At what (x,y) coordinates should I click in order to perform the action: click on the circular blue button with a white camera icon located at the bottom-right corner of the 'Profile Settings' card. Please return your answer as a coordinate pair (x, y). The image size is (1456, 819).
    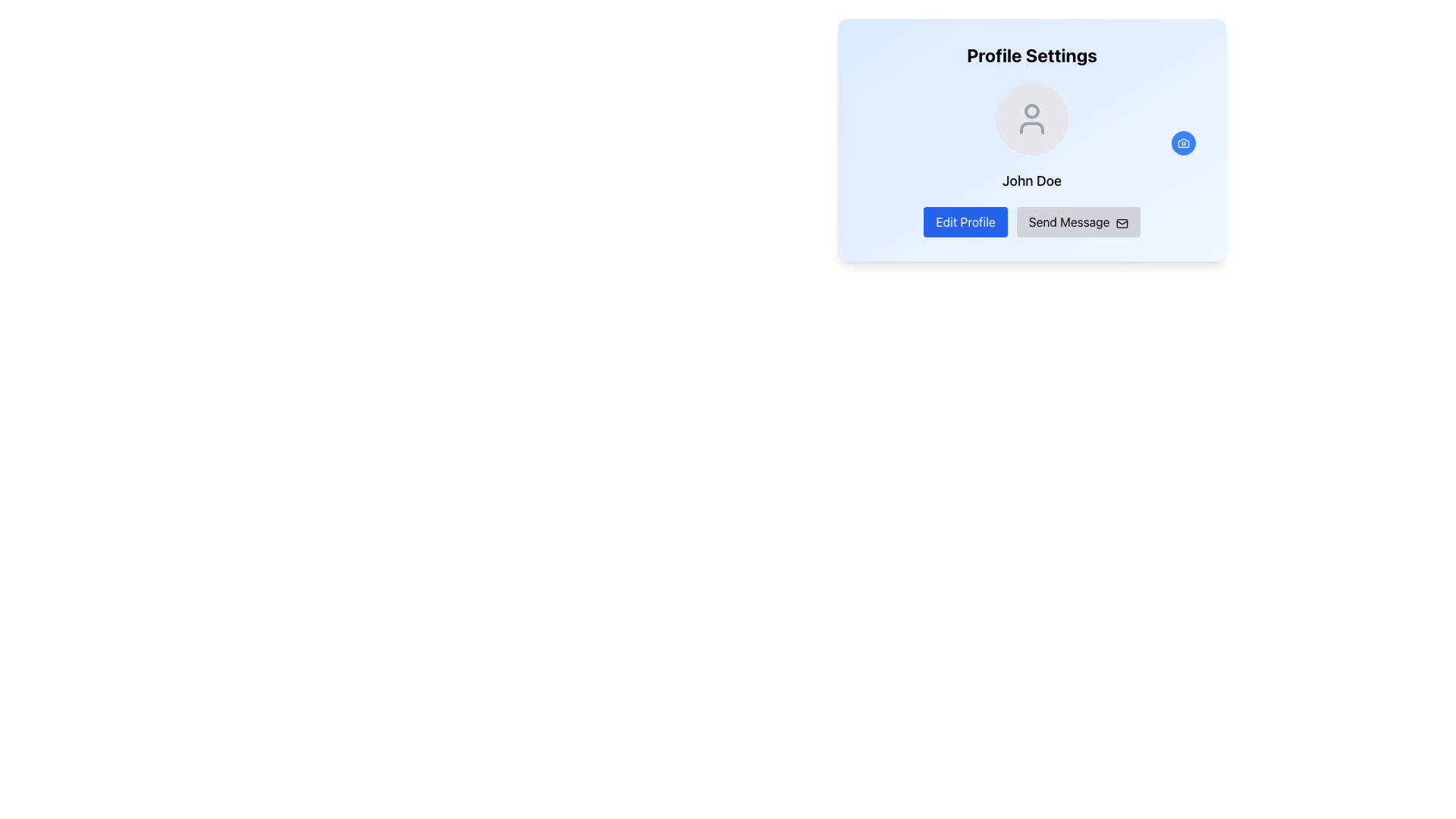
    Looking at the image, I should click on (1182, 143).